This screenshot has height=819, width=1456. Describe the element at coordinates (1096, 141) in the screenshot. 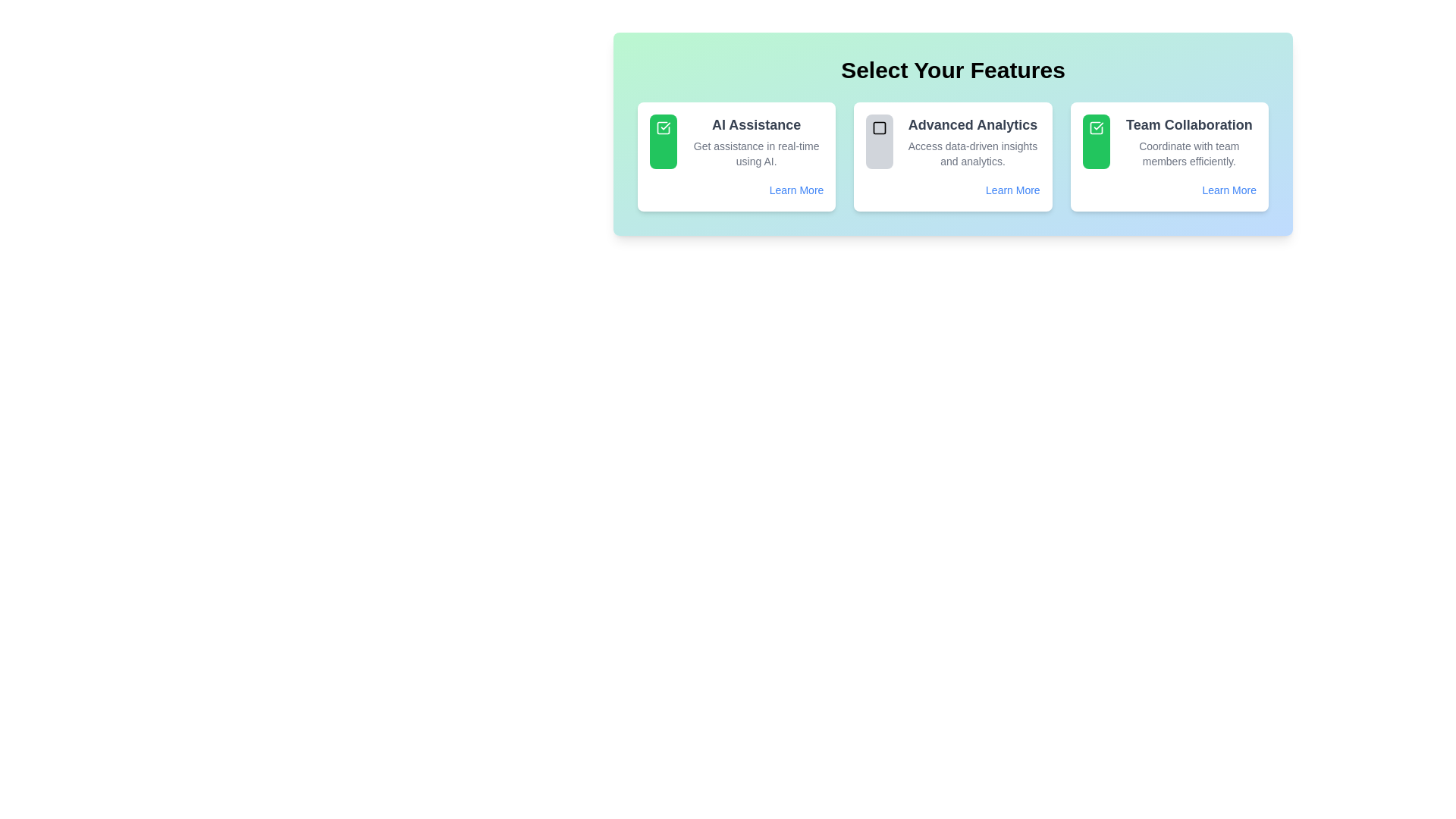

I see `the 'Team Collaboration' icon-style button from its current position` at that location.